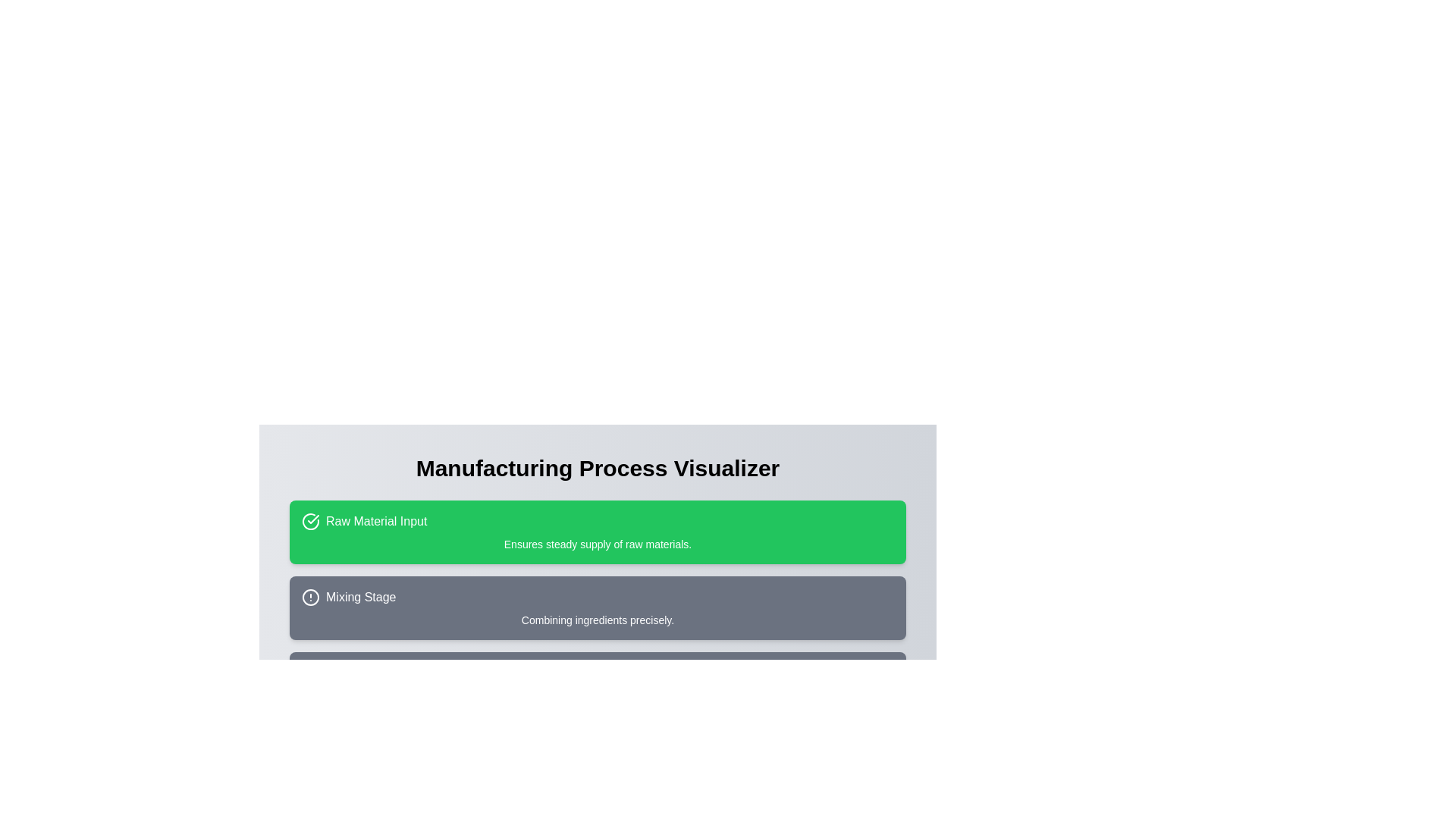 The image size is (1456, 819). Describe the element at coordinates (309, 520) in the screenshot. I see `the icon that indicates the successful completion of the 'Raw Material Input' stage, located to the left of the 'Raw Material Input' text within a green rectangular section` at that location.